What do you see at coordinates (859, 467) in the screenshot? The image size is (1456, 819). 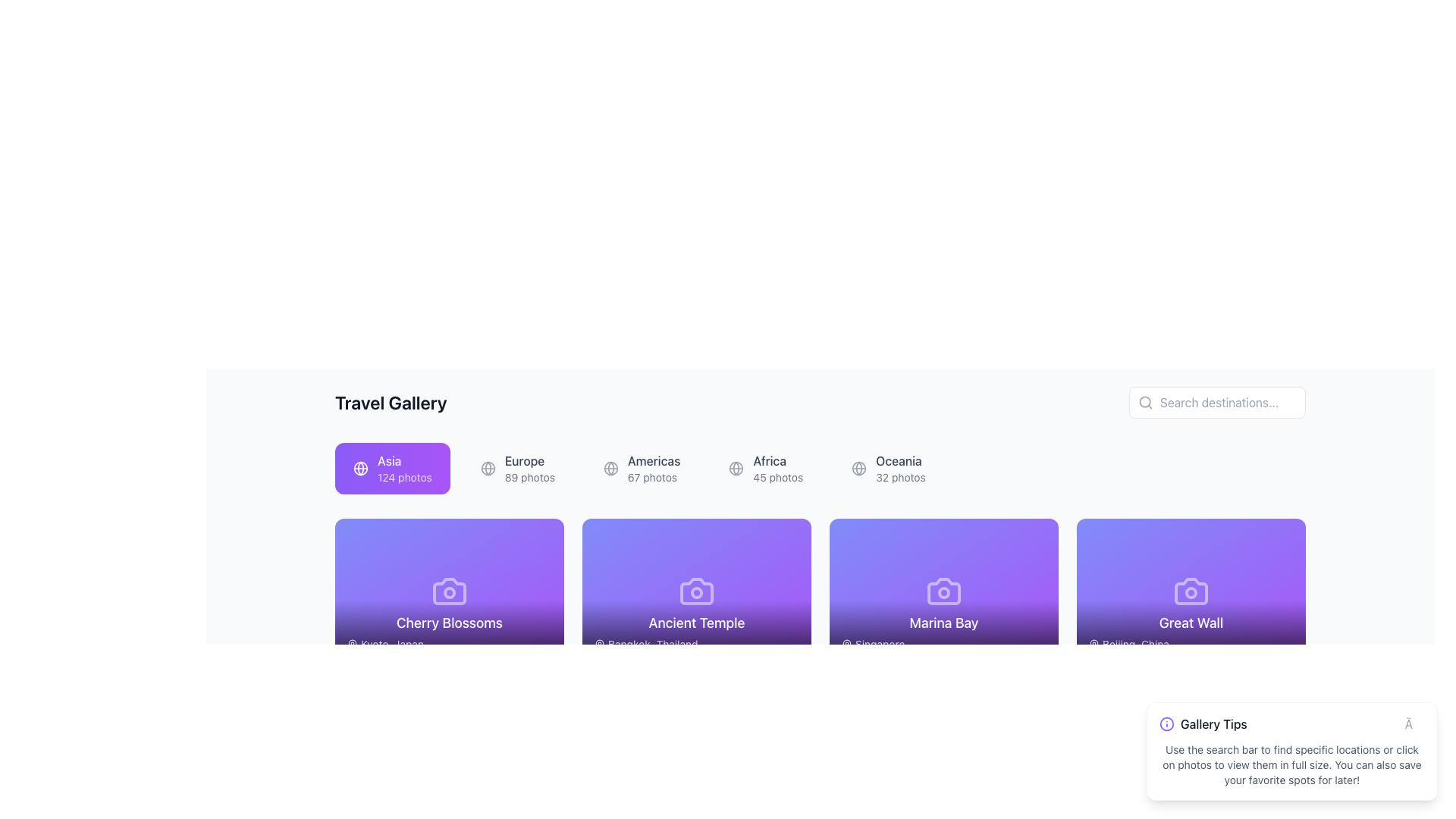 I see `the decorative icon representing the geographical aspect of the 'Oceania' category, located to the left of the text 'Oceania'` at bounding box center [859, 467].